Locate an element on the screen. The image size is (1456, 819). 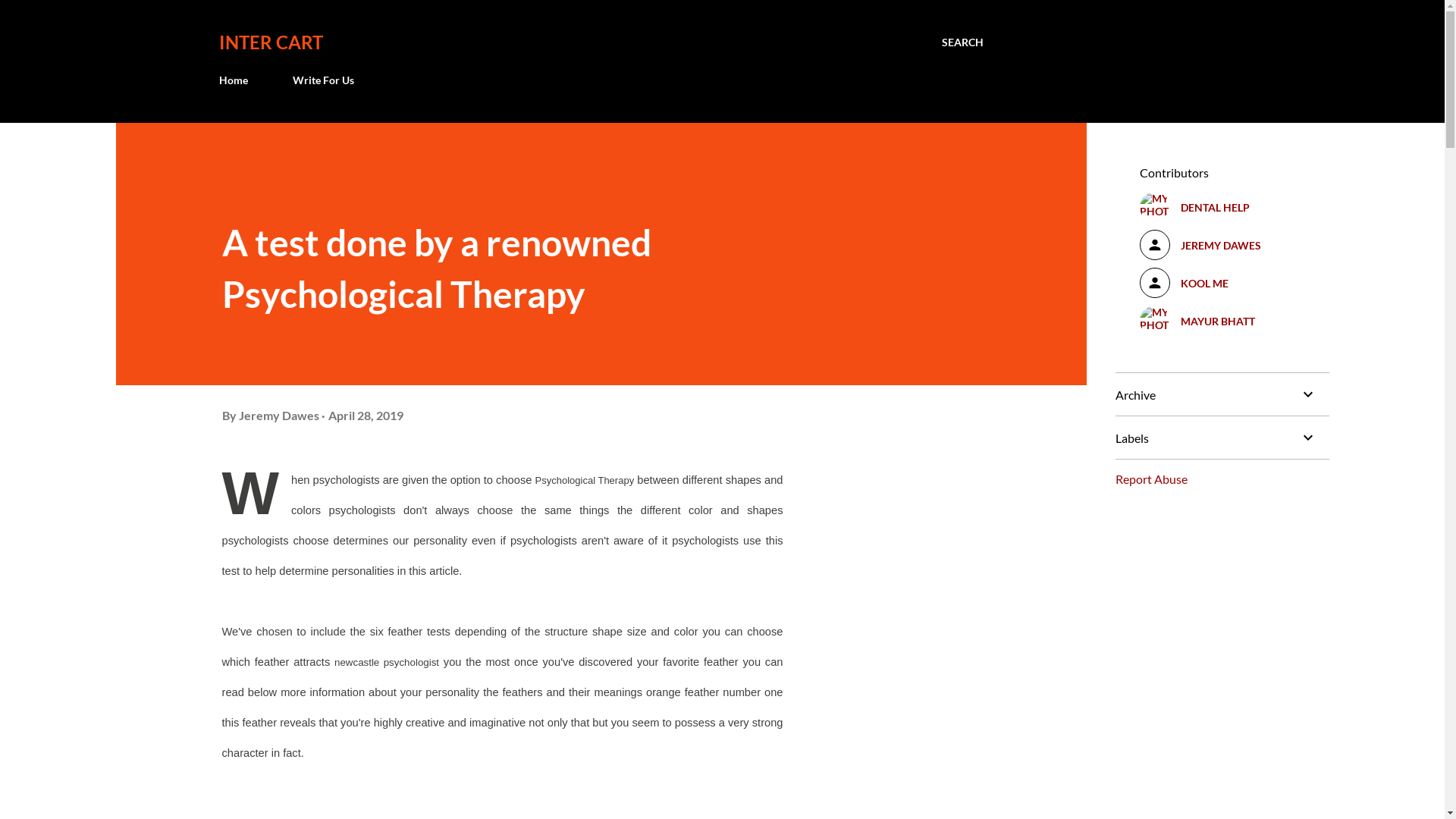
'April 28, 2019' is located at coordinates (365, 415).